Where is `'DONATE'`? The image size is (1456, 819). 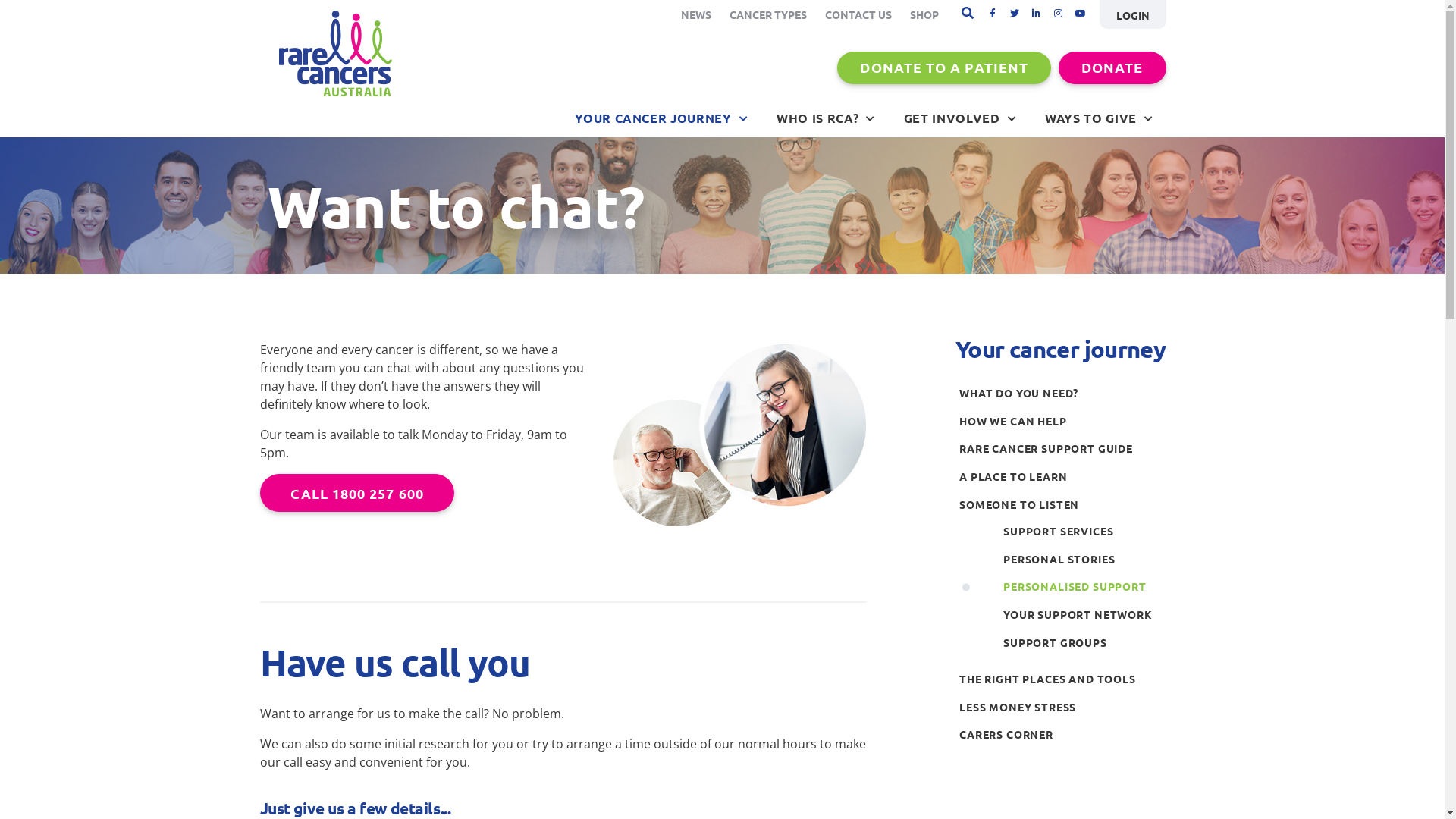 'DONATE' is located at coordinates (1112, 67).